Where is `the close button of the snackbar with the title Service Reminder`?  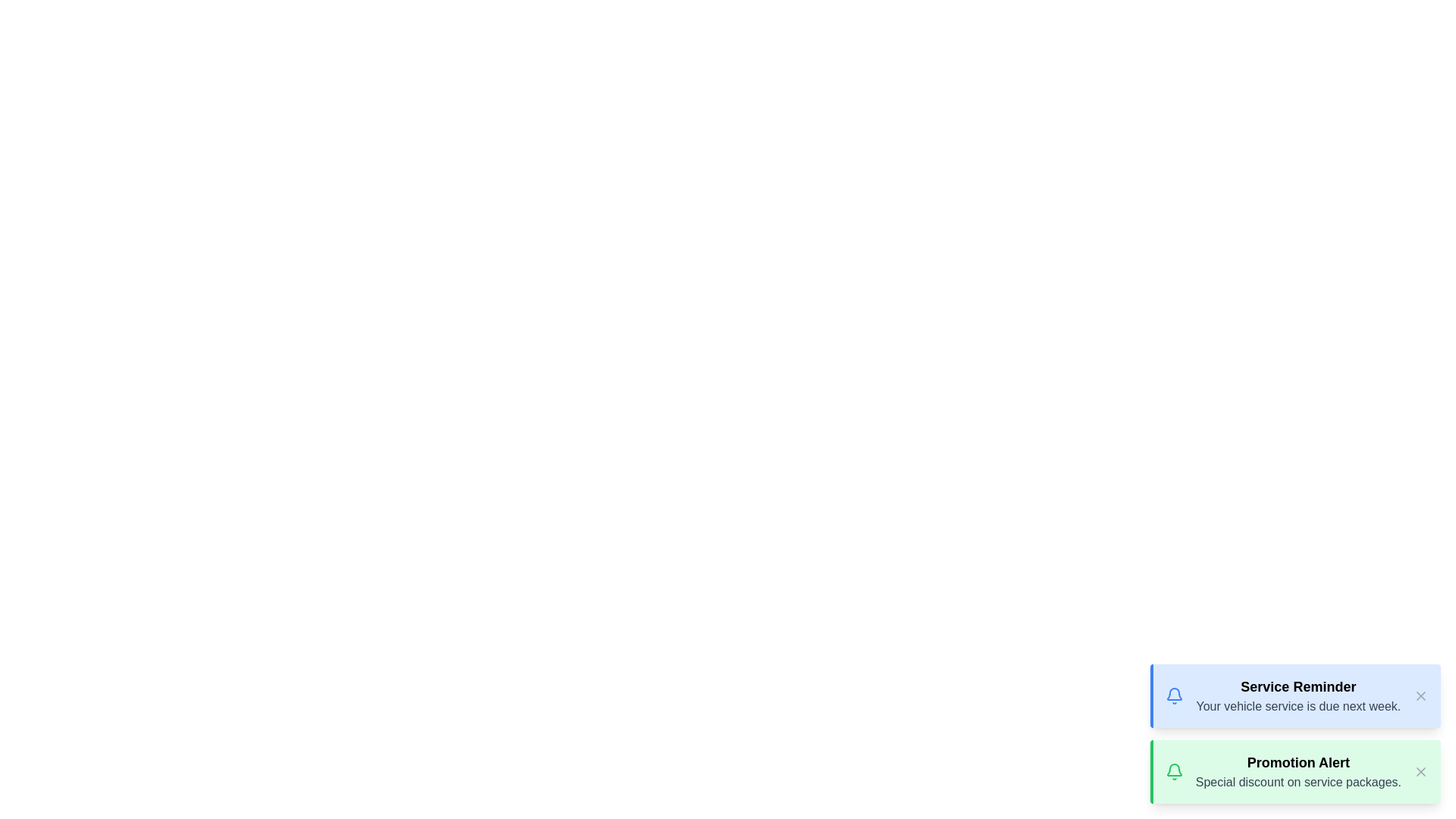
the close button of the snackbar with the title Service Reminder is located at coordinates (1420, 696).